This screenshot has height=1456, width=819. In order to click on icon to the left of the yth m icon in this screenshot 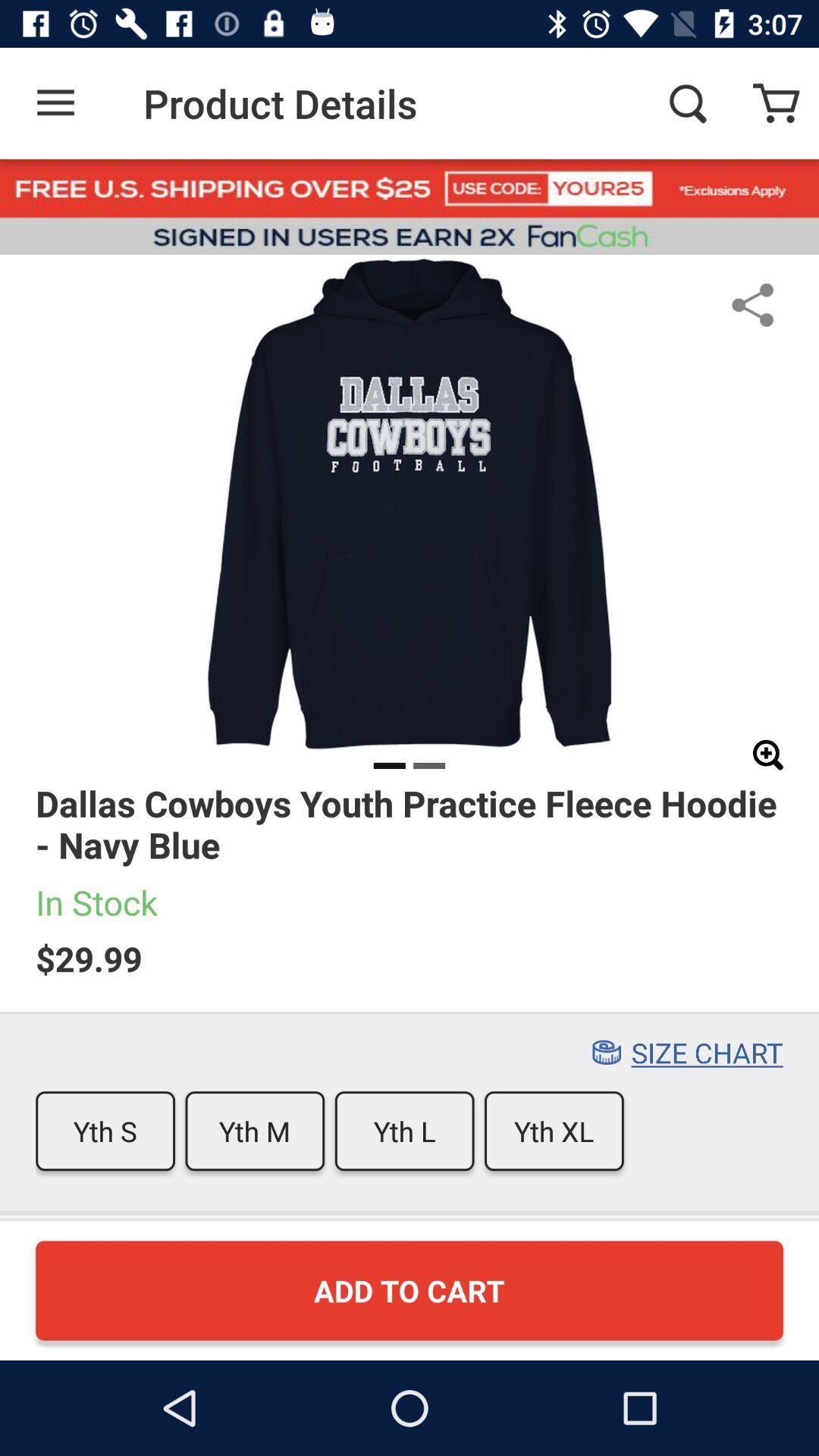, I will do `click(105, 1131)`.